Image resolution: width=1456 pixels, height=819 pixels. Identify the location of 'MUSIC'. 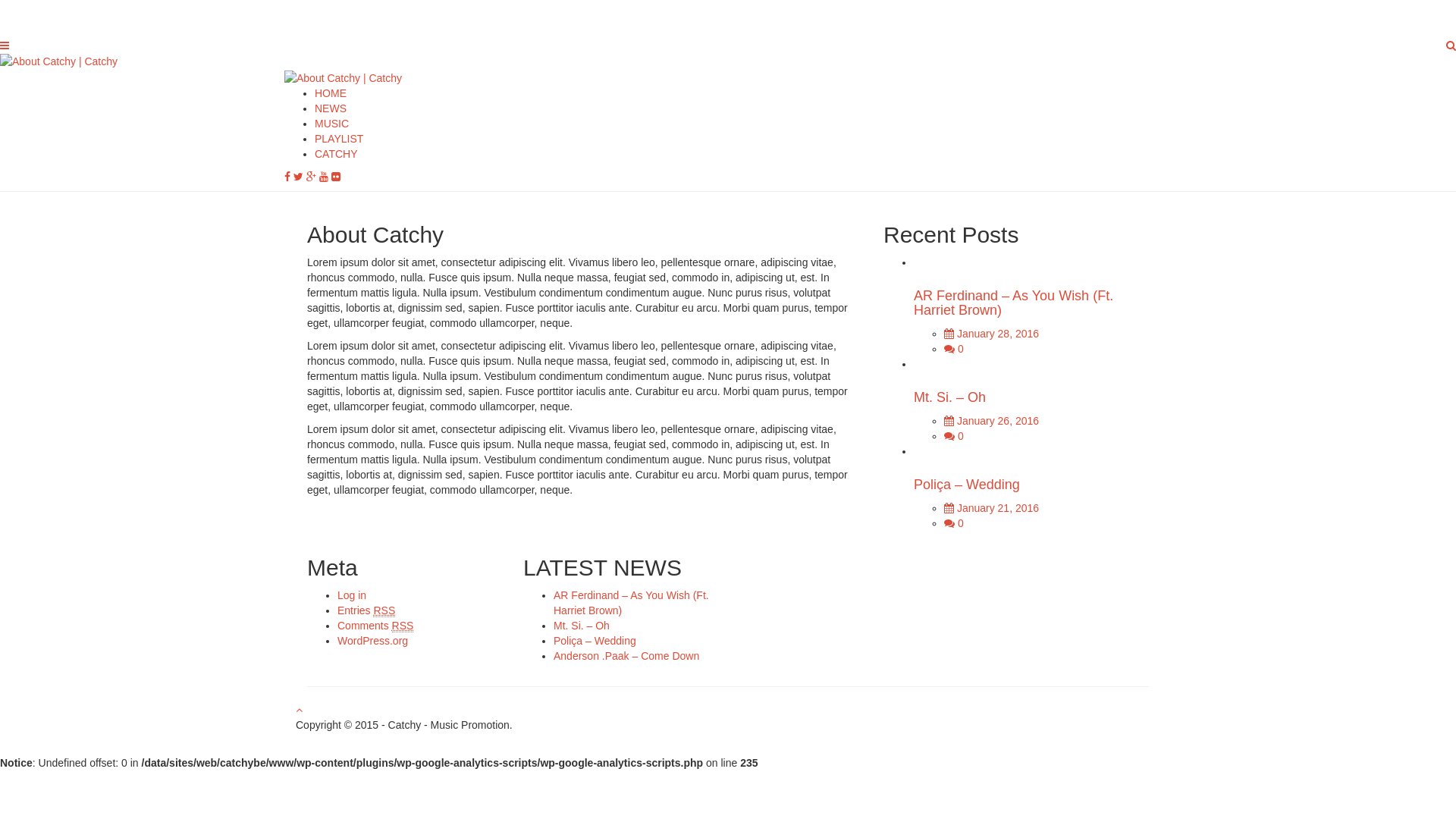
(331, 122).